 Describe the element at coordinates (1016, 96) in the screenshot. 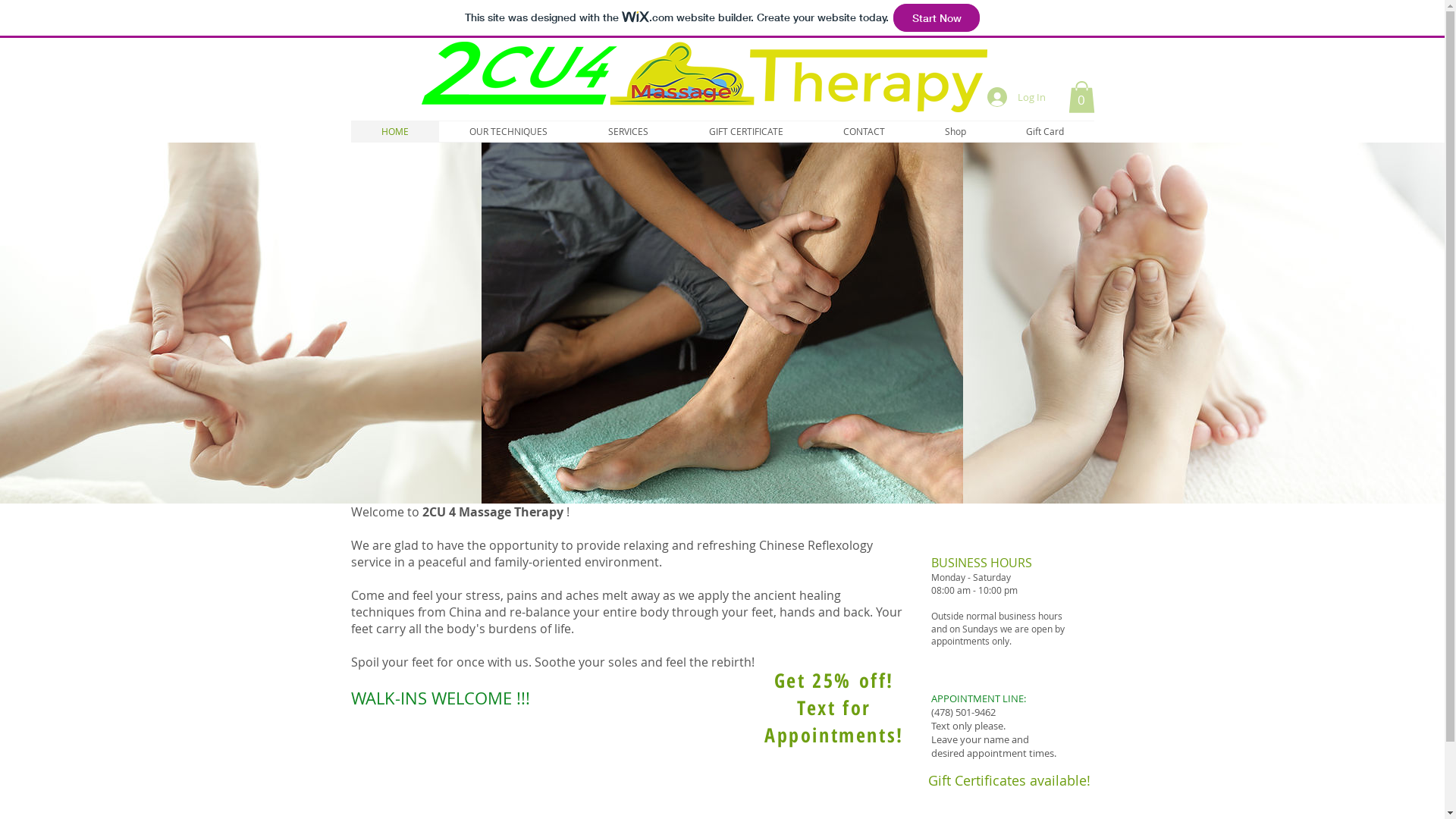

I see `'Log In'` at that location.